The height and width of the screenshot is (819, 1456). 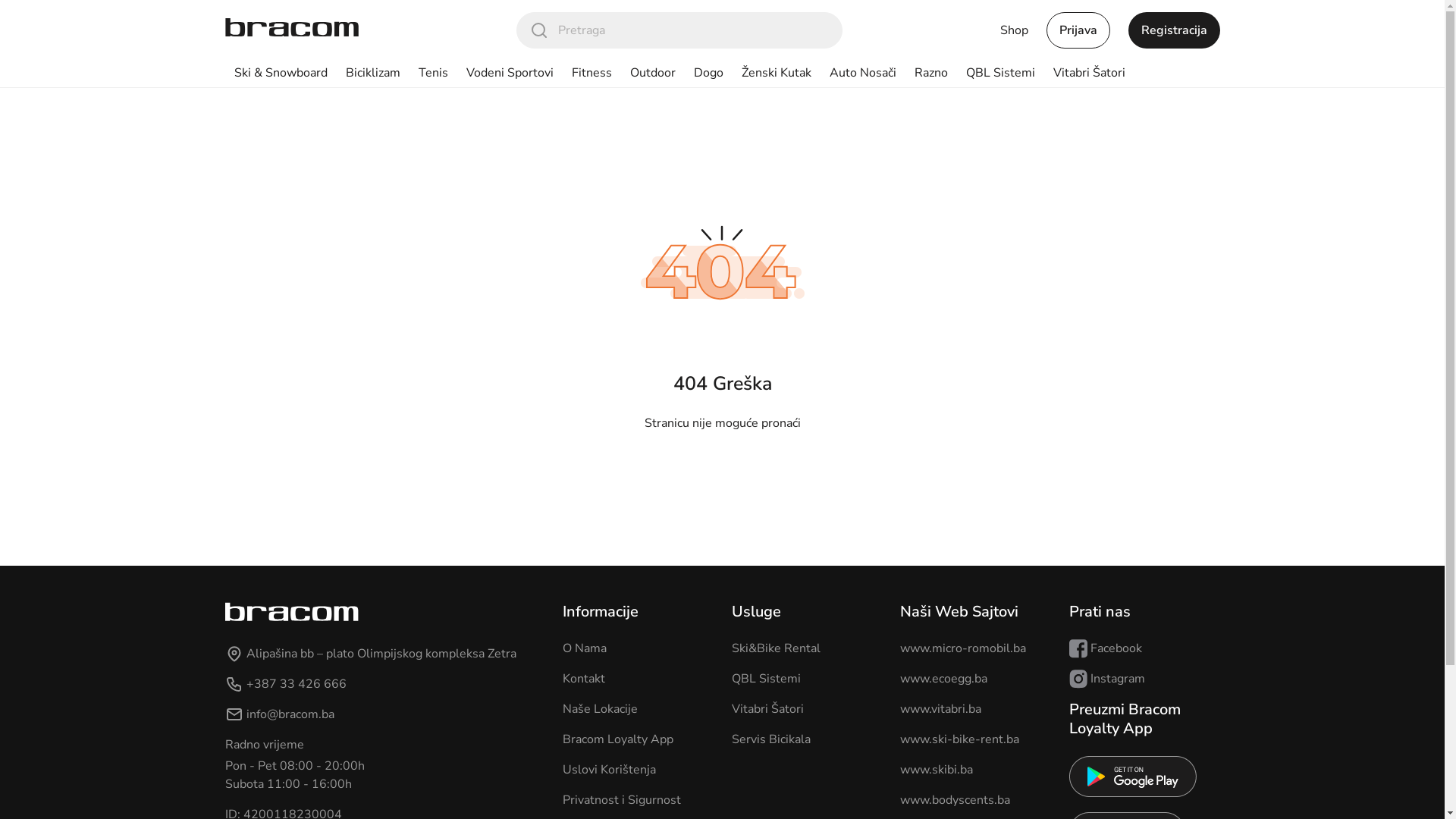 I want to click on 'www.bodyscents.ba', so click(x=954, y=799).